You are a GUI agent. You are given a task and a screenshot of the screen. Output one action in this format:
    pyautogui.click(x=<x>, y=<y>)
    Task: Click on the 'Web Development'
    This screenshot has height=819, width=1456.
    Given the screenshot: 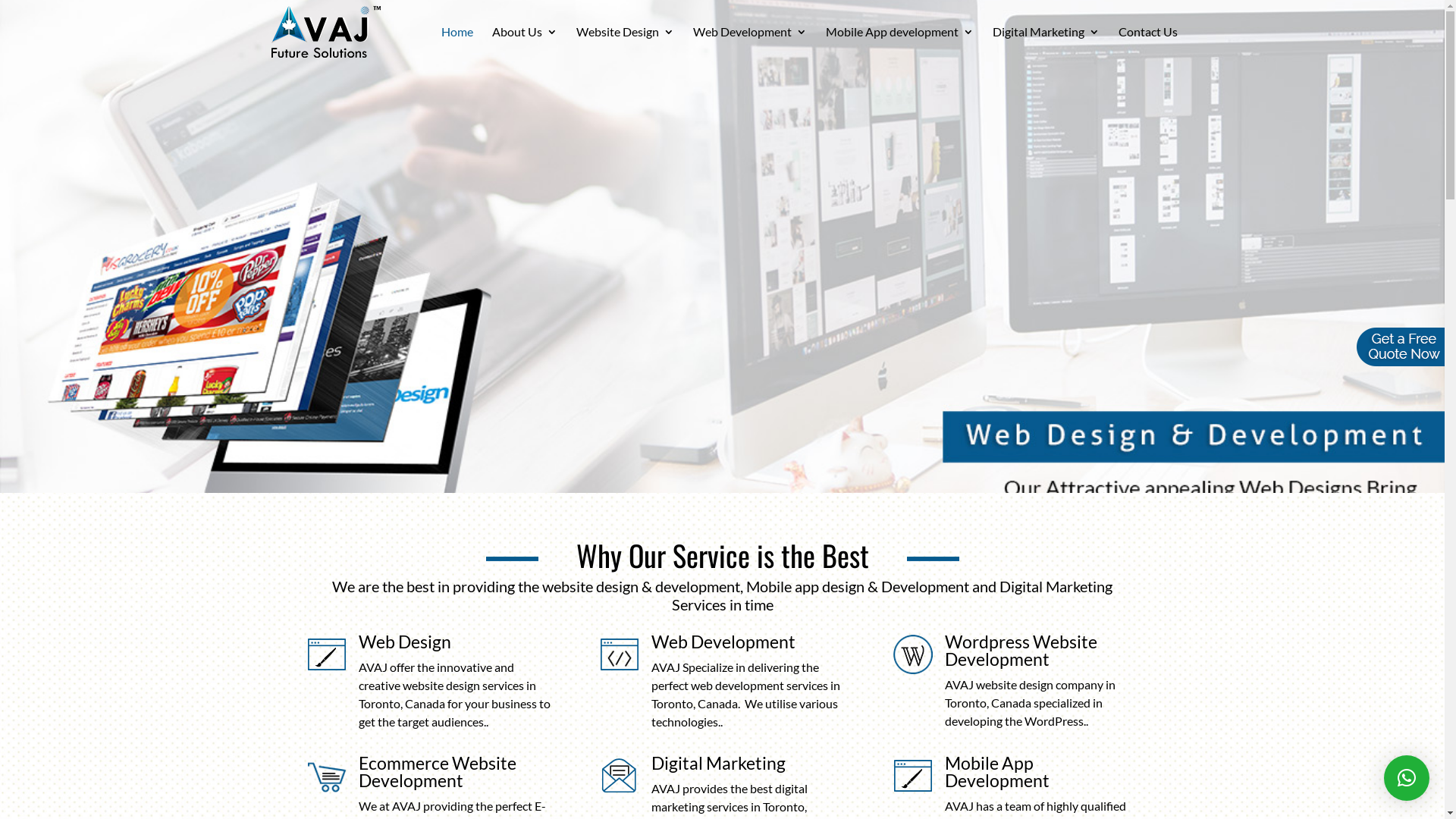 What is the action you would take?
    pyautogui.click(x=749, y=44)
    